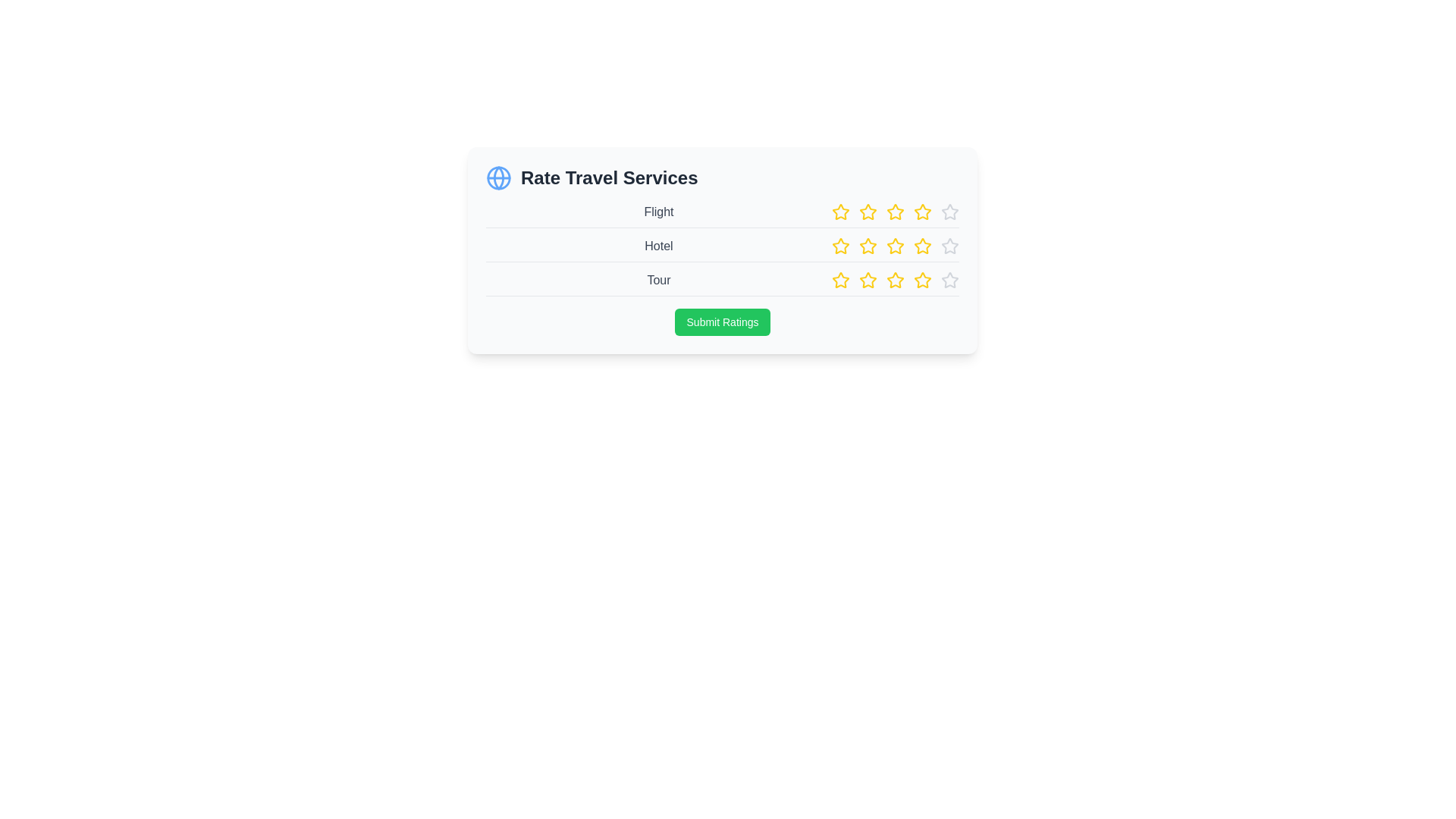 This screenshot has height=819, width=1456. I want to click on the first star icon in the rating system for 'Flight' in the 'Rate Travel Services' section, so click(839, 212).